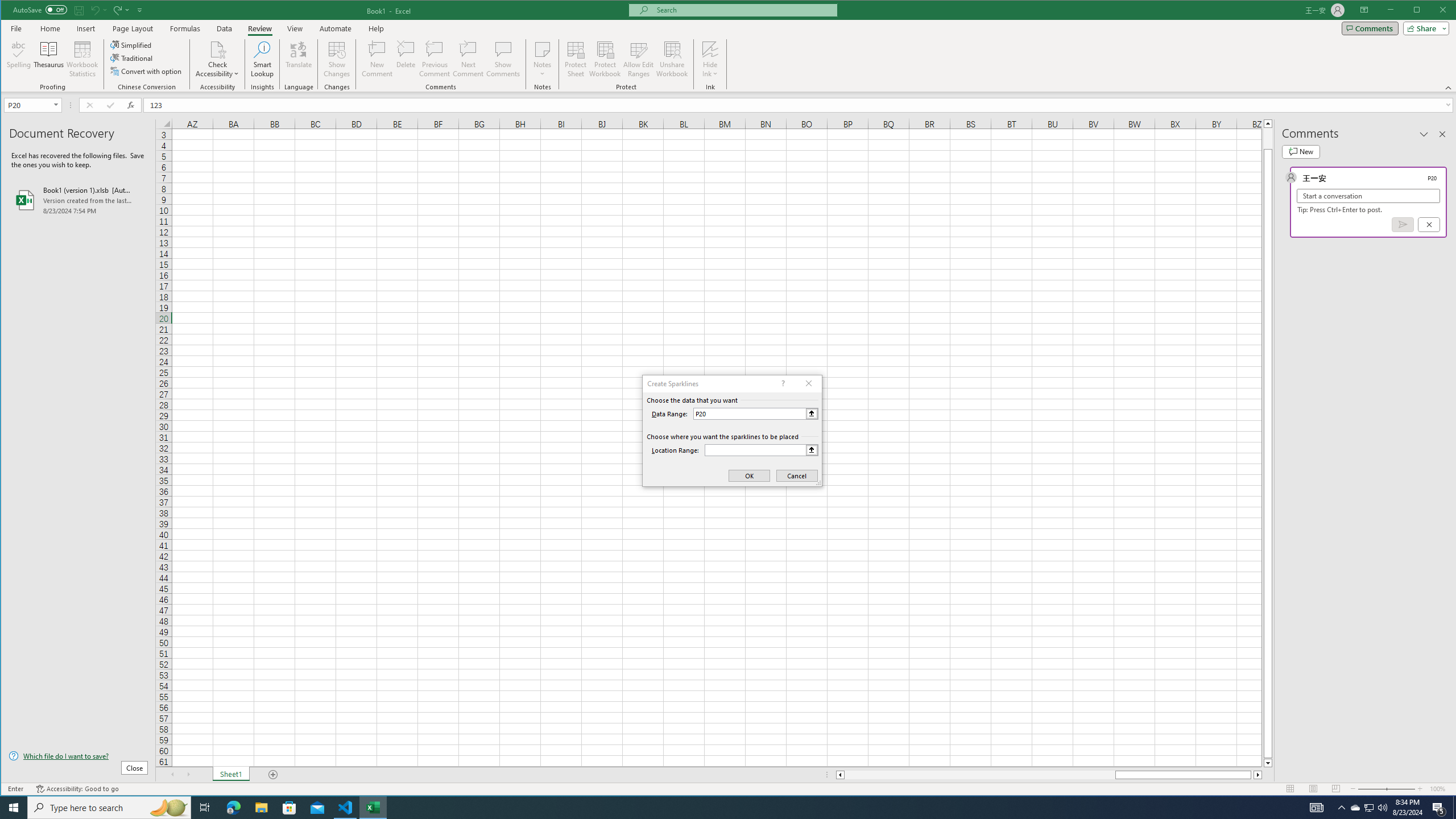 Image resolution: width=1456 pixels, height=819 pixels. Describe the element at coordinates (434, 59) in the screenshot. I see `'Previous Comment'` at that location.